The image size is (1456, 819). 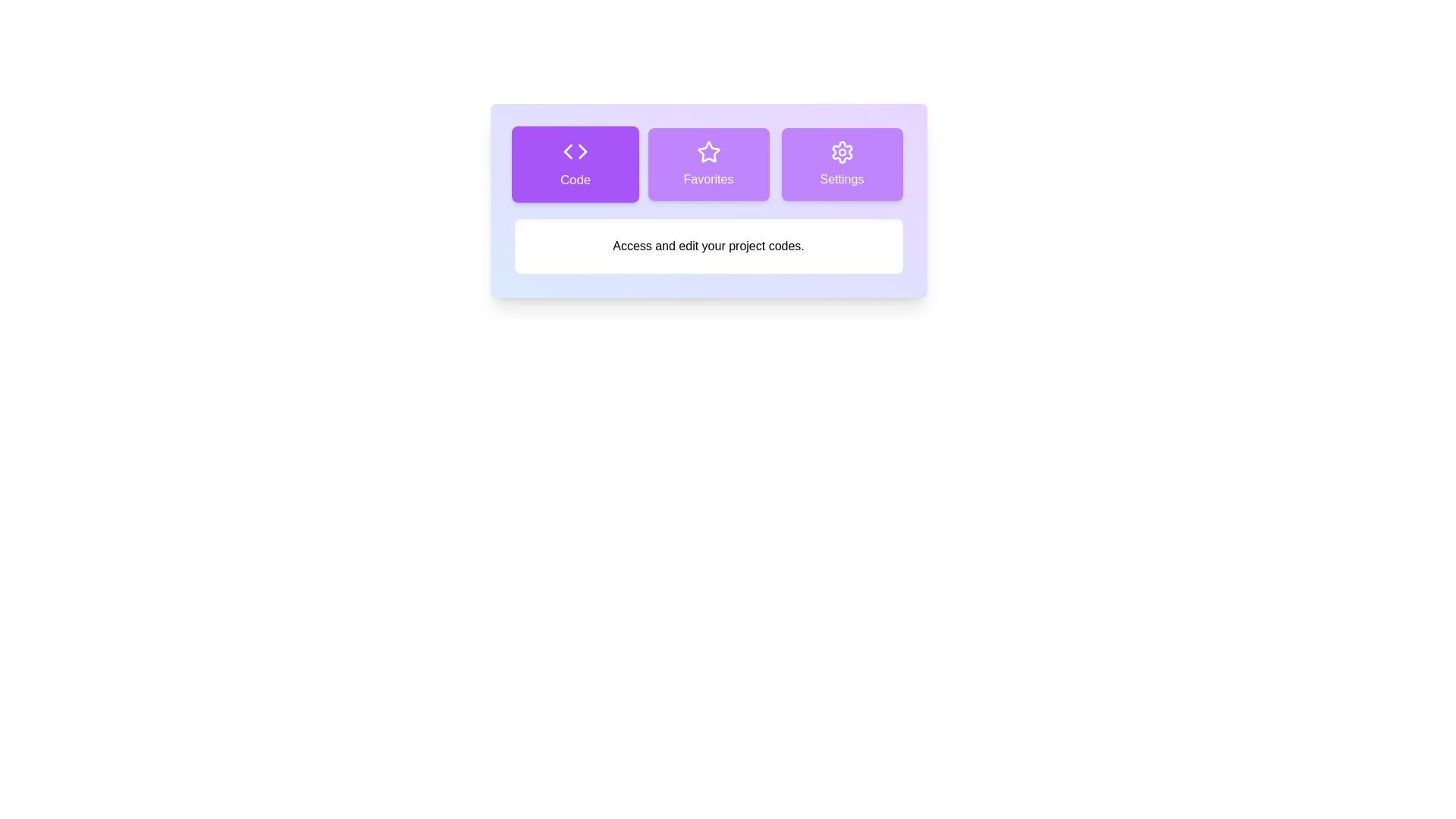 What do you see at coordinates (841, 152) in the screenshot?
I see `the settings icon located at the center of the 'Settings' button in the top bar` at bounding box center [841, 152].